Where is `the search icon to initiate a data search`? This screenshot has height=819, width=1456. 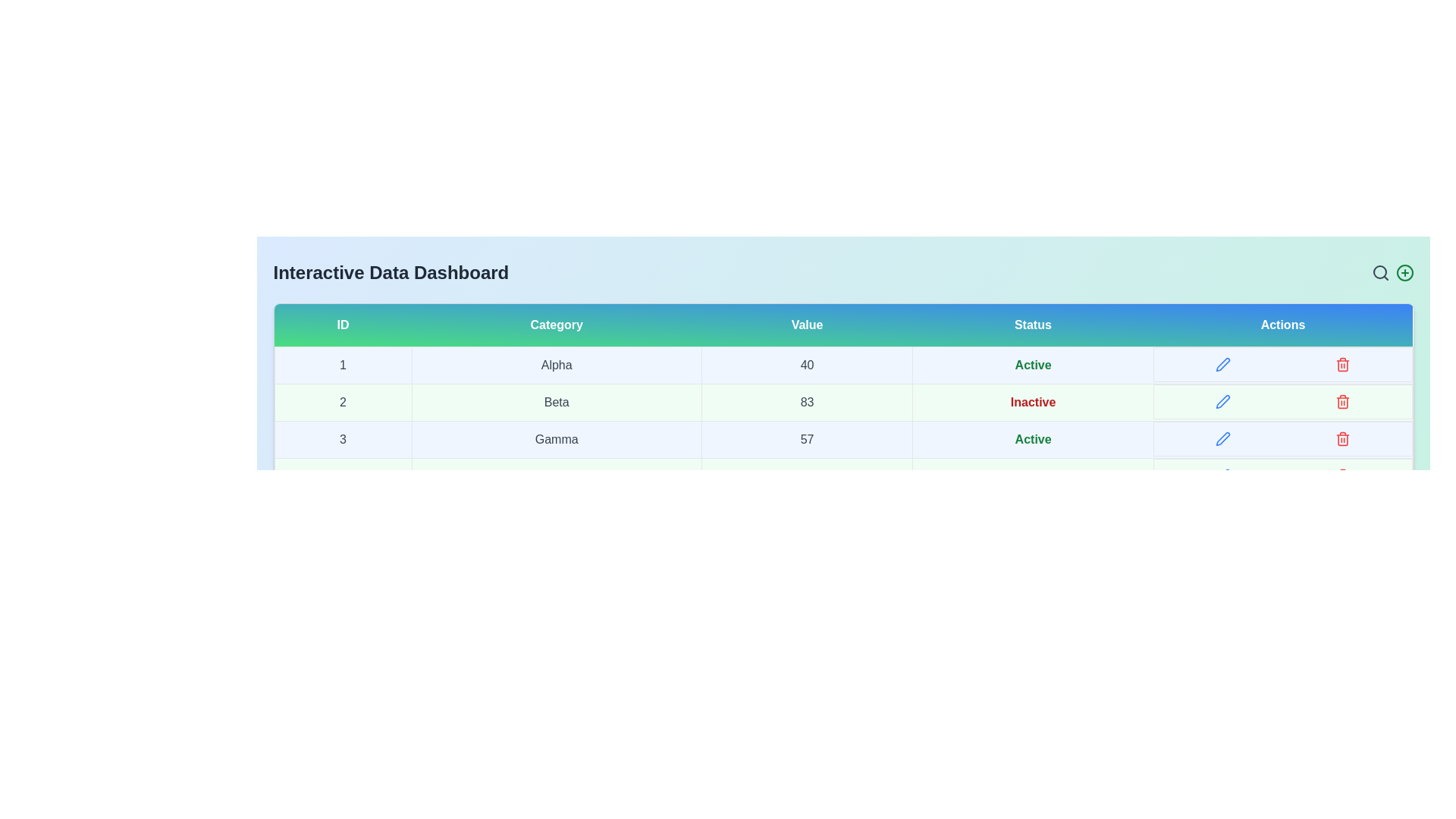 the search icon to initiate a data search is located at coordinates (1380, 271).